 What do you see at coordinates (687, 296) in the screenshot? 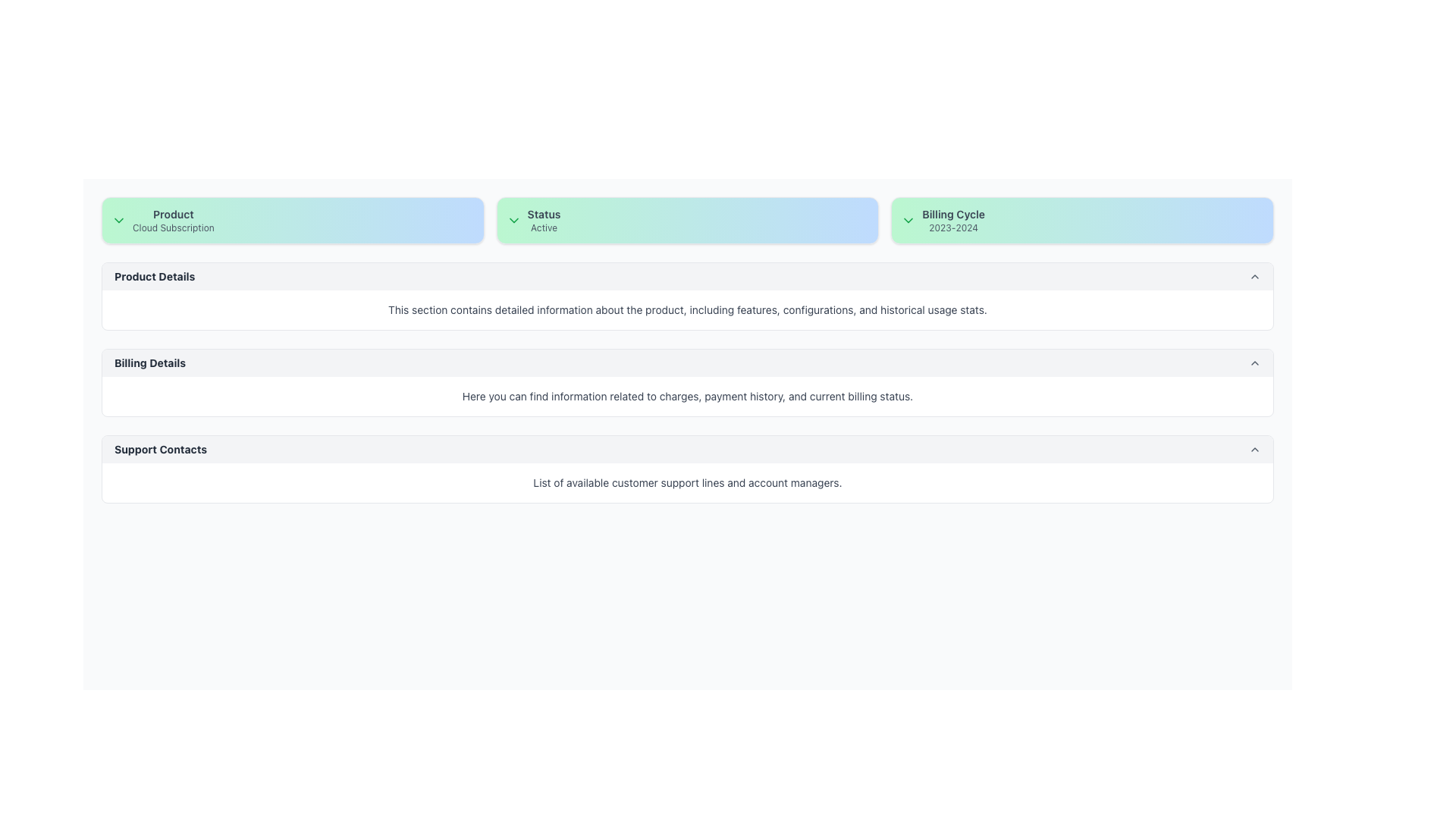
I see `the Informational panel located below 'Status Active' and 'Billing Cycle 2023-2024', which provides detailed information about the product` at bounding box center [687, 296].